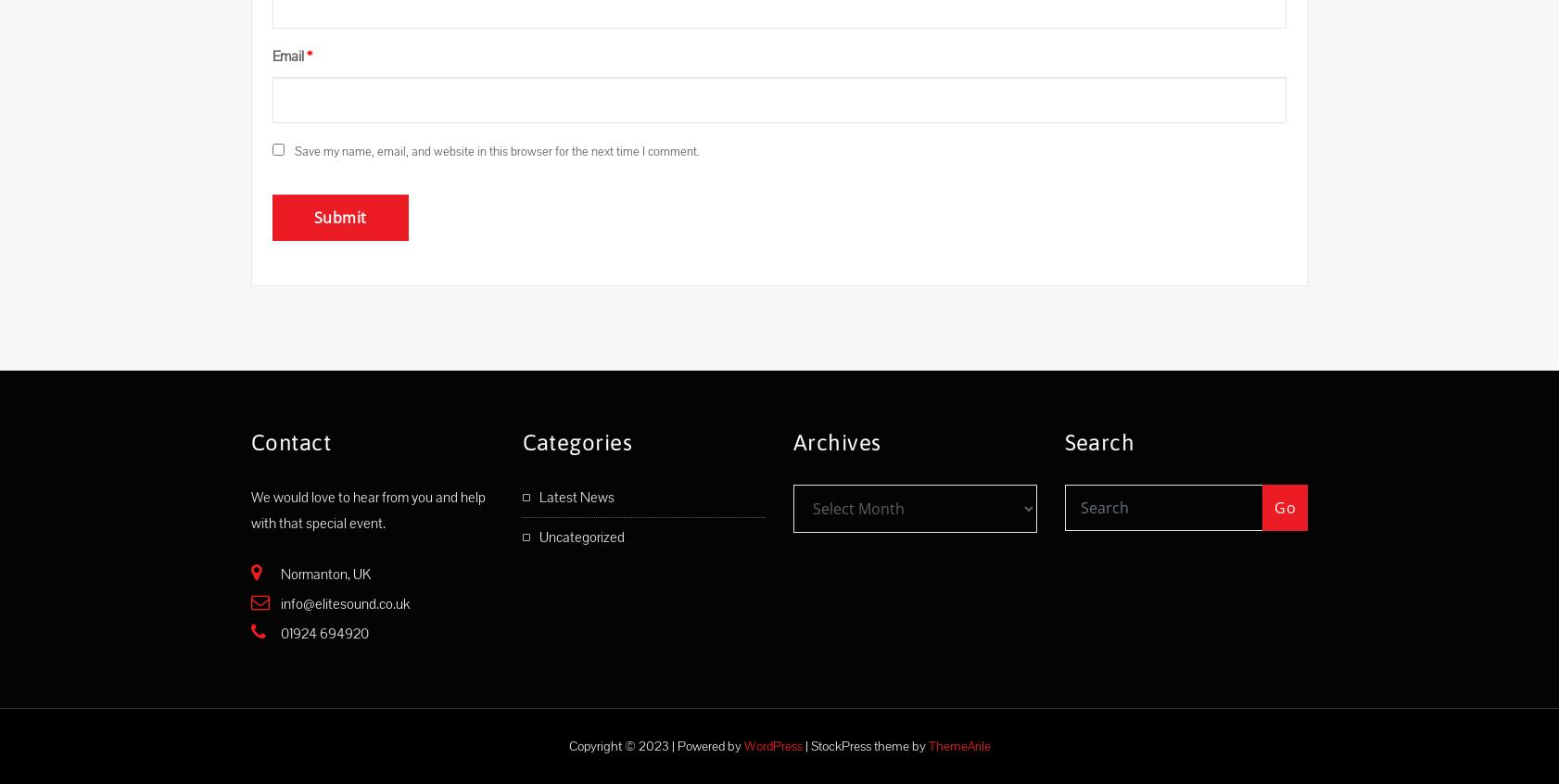 The width and height of the screenshot is (1559, 784). What do you see at coordinates (1285, 507) in the screenshot?
I see `'Go'` at bounding box center [1285, 507].